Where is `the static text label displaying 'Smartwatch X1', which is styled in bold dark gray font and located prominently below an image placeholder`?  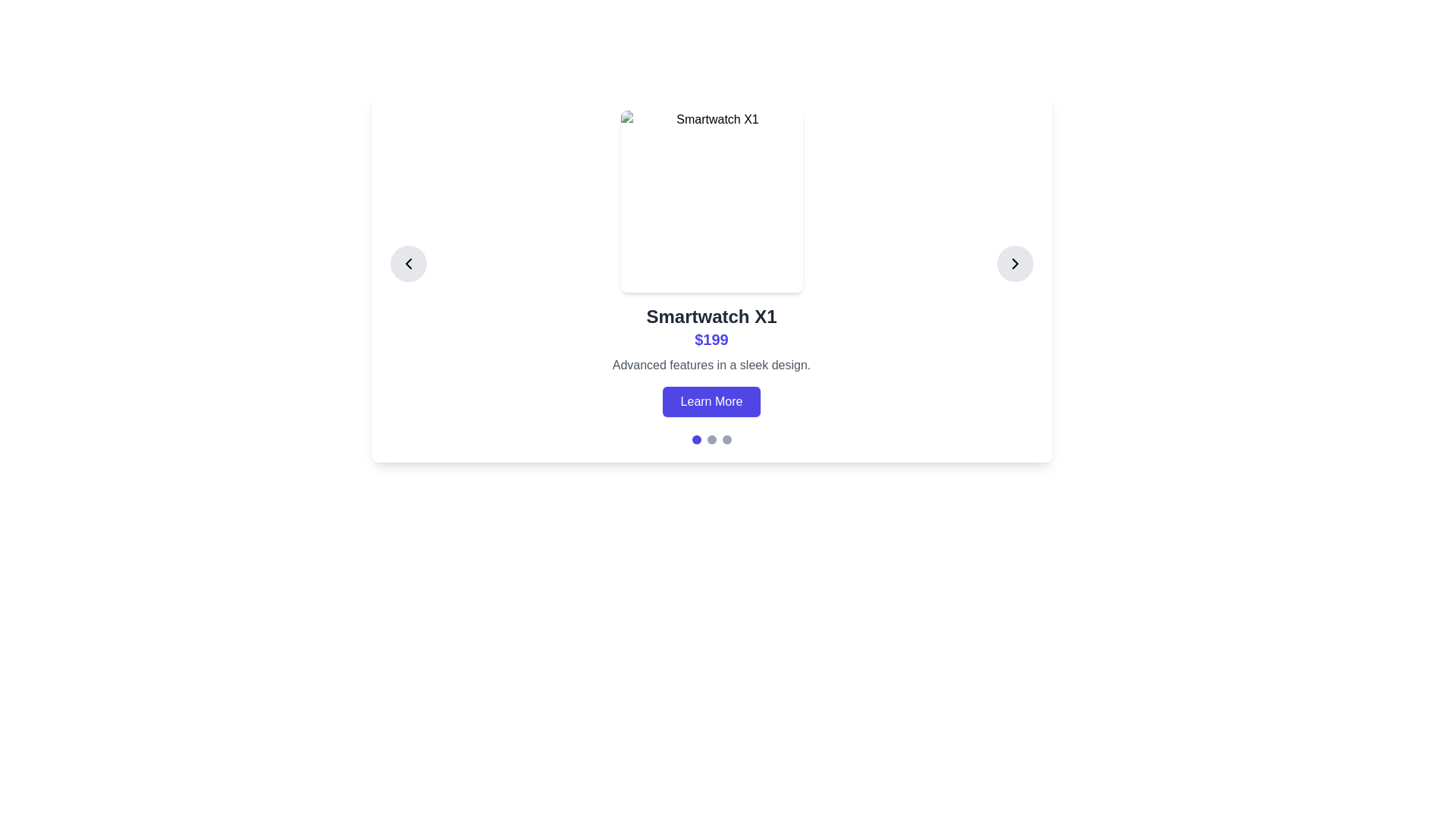
the static text label displaying 'Smartwatch X1', which is styled in bold dark gray font and located prominently below an image placeholder is located at coordinates (711, 315).